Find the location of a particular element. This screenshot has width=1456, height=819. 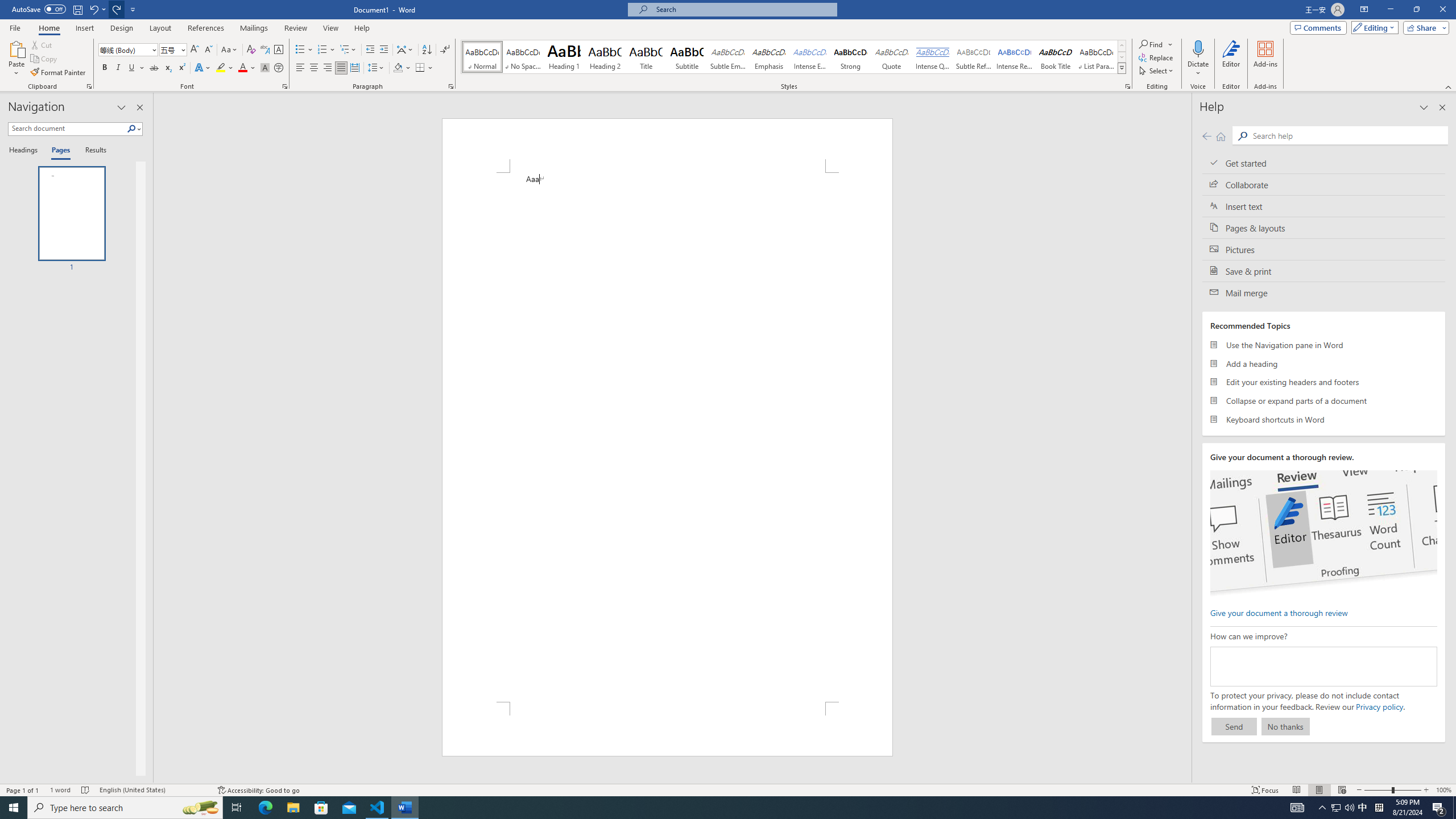

'Insert' is located at coordinates (84, 28).